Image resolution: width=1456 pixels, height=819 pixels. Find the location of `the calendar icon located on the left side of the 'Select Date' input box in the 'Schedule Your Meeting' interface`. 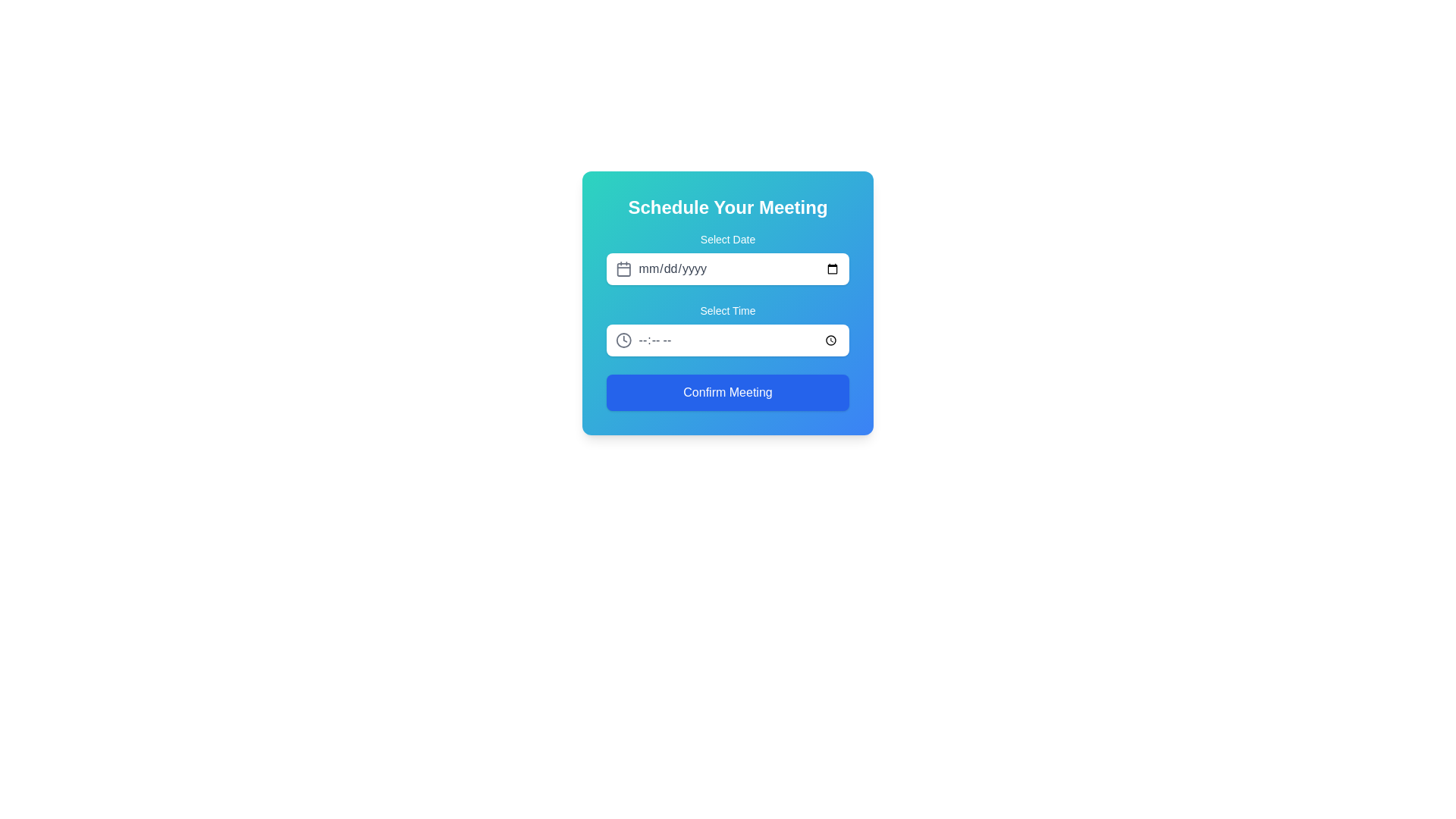

the calendar icon located on the left side of the 'Select Date' input box in the 'Schedule Your Meeting' interface is located at coordinates (623, 268).